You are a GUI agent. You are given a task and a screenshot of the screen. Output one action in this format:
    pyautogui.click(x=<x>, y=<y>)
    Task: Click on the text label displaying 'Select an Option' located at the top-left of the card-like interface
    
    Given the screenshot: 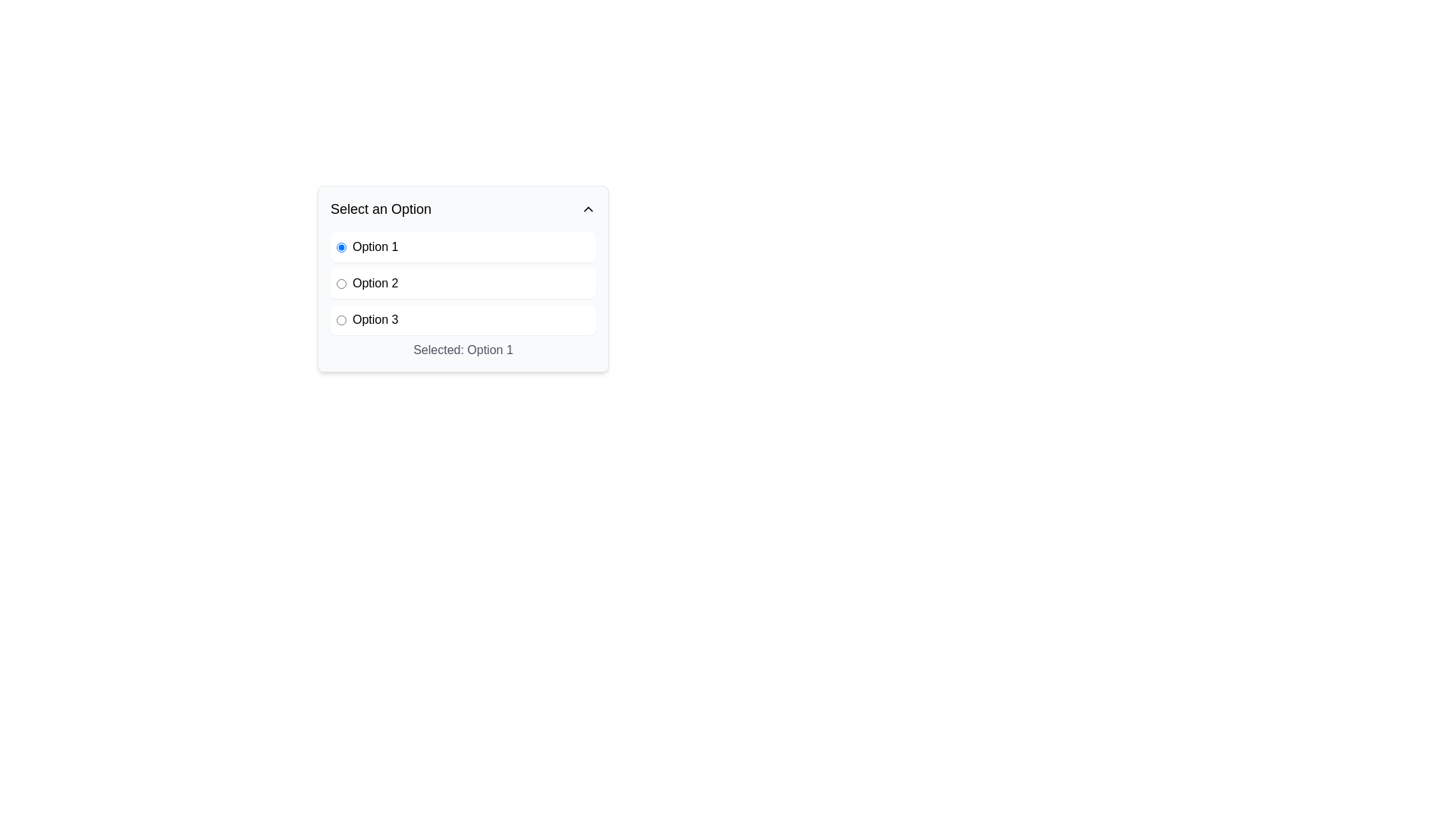 What is the action you would take?
    pyautogui.click(x=381, y=209)
    